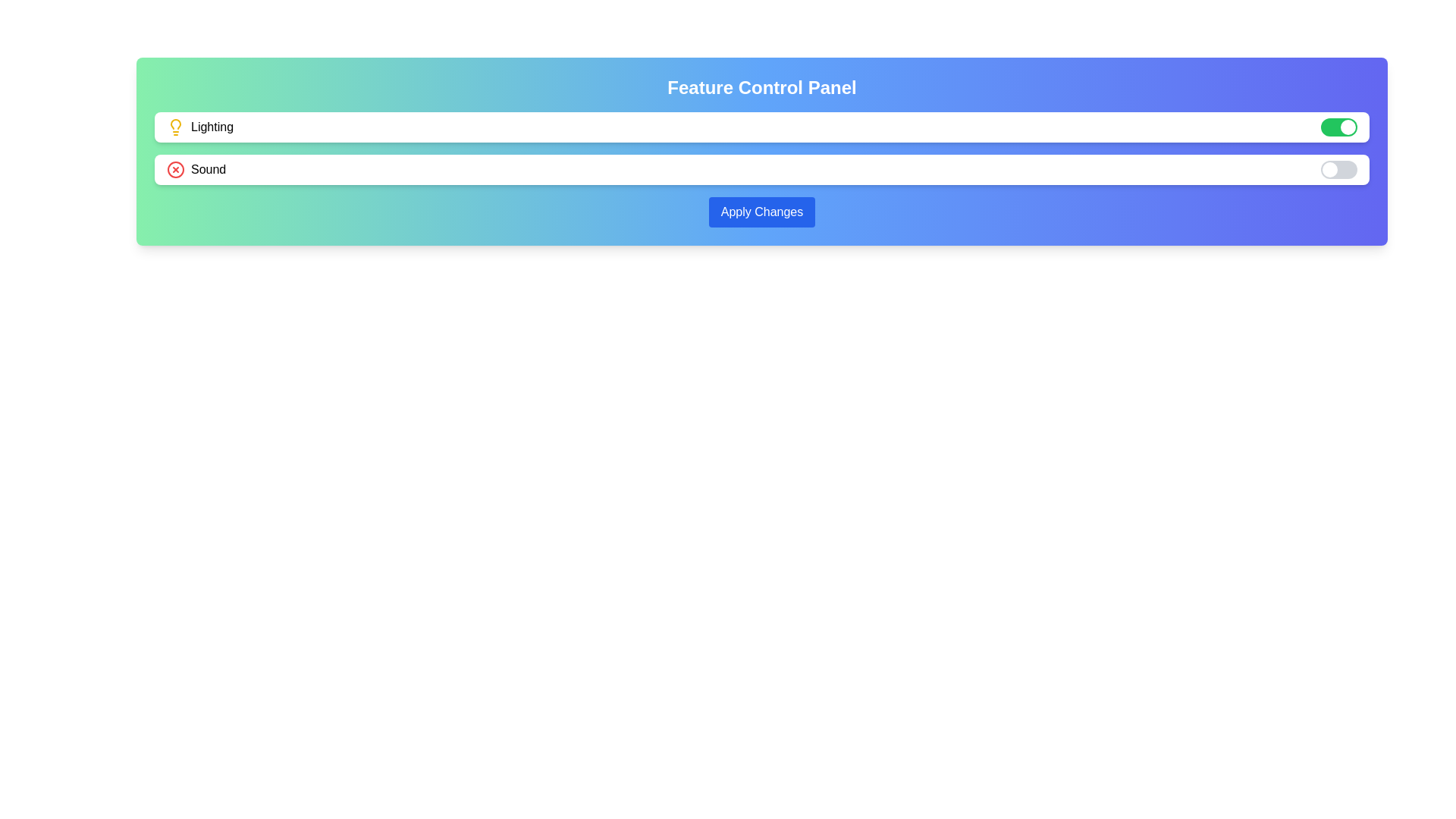 The width and height of the screenshot is (1456, 819). What do you see at coordinates (761, 127) in the screenshot?
I see `the first toggleable list item under the 'Feature Control Panel'` at bounding box center [761, 127].